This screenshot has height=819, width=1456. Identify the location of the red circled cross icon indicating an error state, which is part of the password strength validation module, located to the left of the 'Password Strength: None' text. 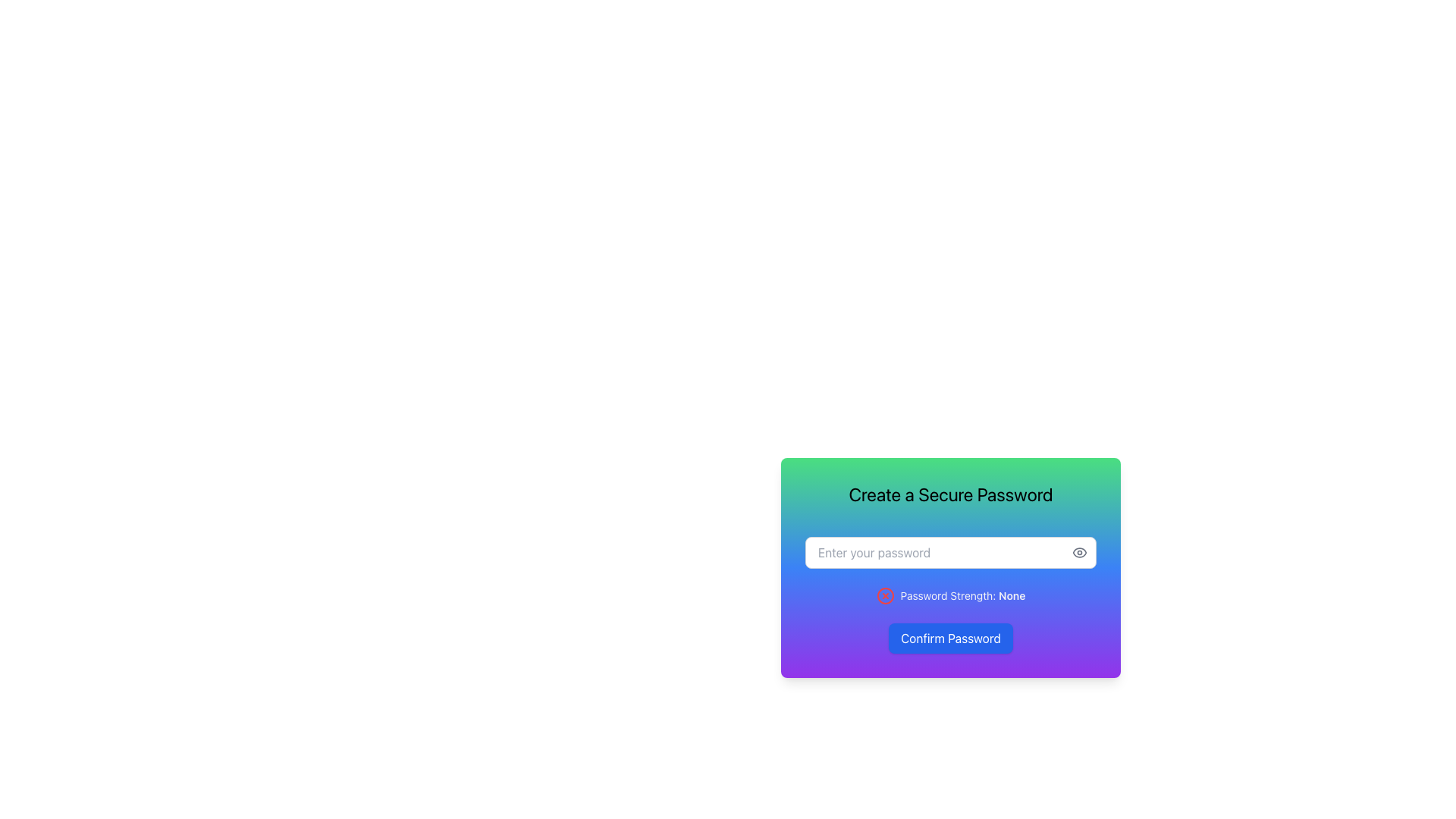
(885, 595).